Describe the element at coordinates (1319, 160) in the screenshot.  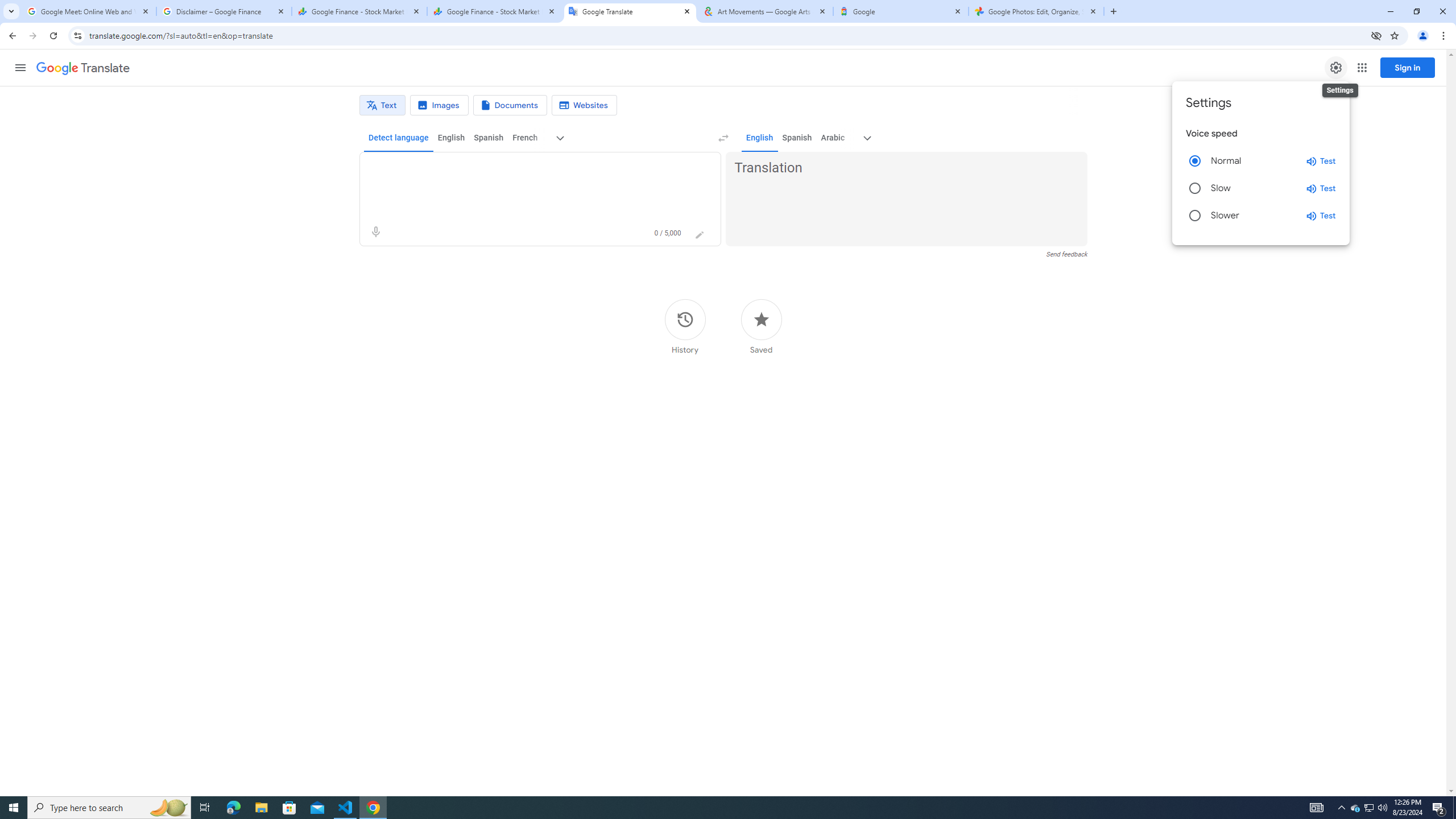
I see `'Test normal speed'` at that location.